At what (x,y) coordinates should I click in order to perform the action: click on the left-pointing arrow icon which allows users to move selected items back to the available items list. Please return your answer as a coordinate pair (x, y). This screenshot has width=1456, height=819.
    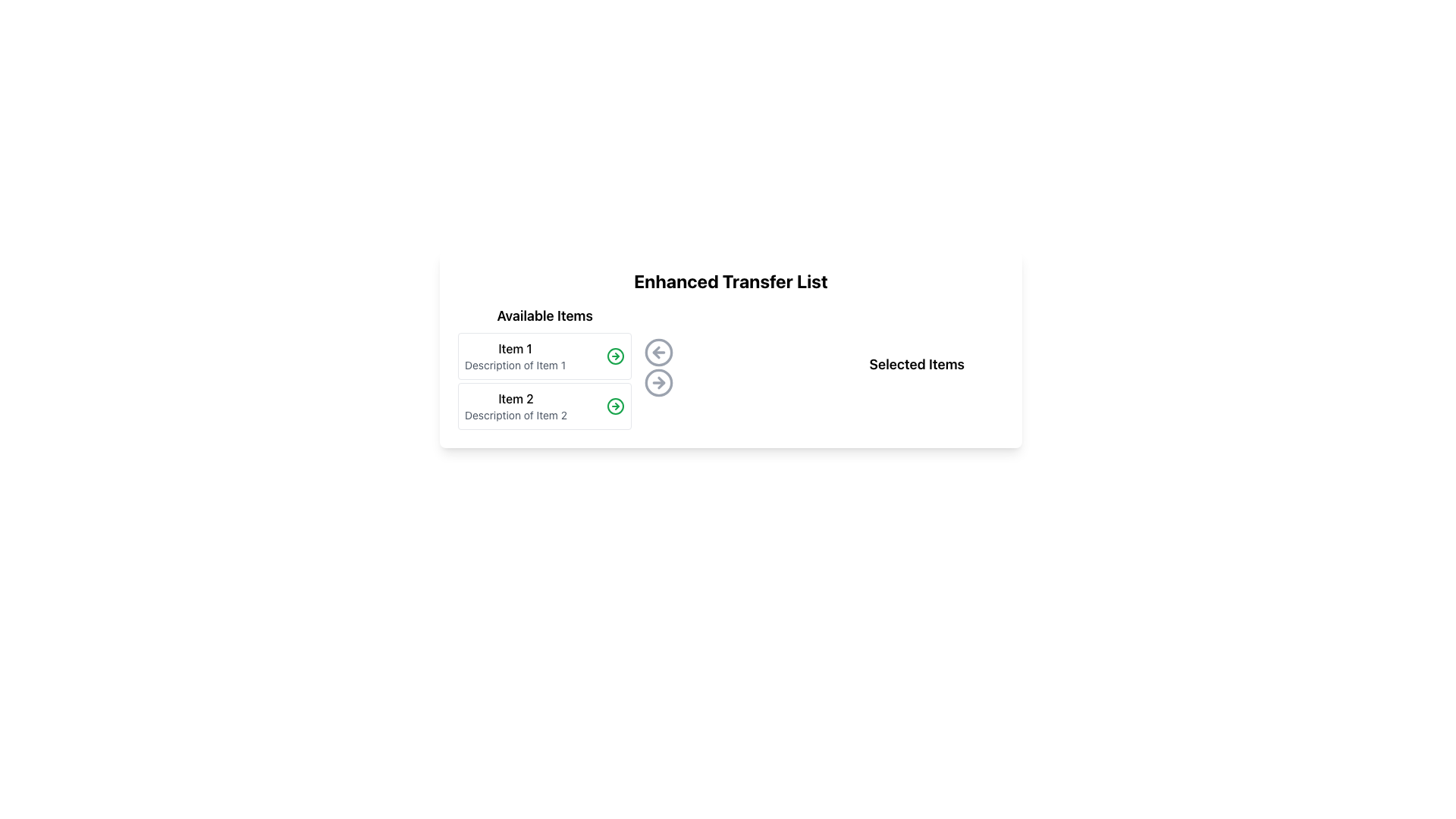
    Looking at the image, I should click on (659, 353).